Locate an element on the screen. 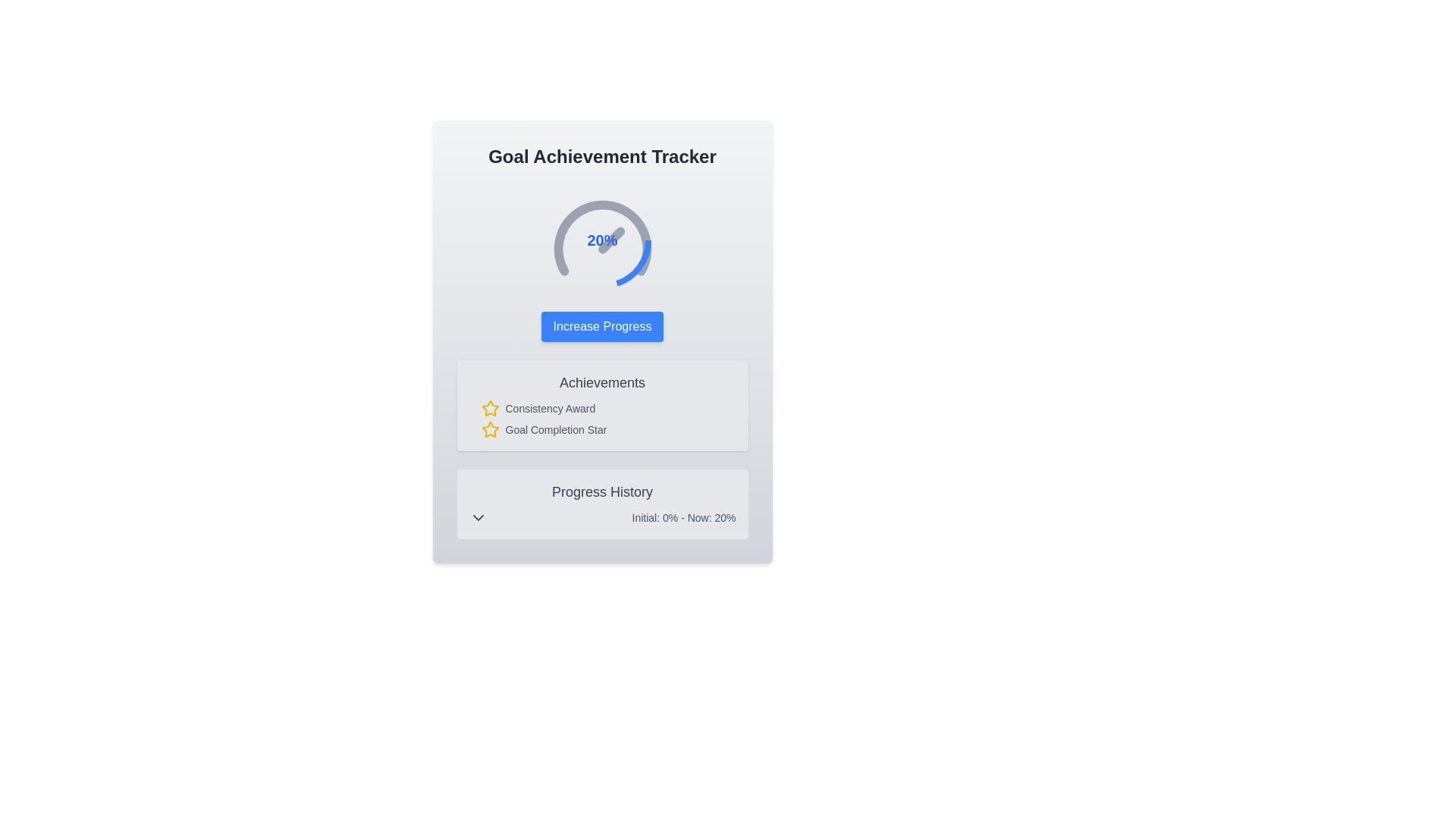 The image size is (1456, 819). the Circular Progress Indicator located at the center of the 'Goal Achievement Tracker' section, positioned above the 'Increase Progress' button is located at coordinates (601, 239).